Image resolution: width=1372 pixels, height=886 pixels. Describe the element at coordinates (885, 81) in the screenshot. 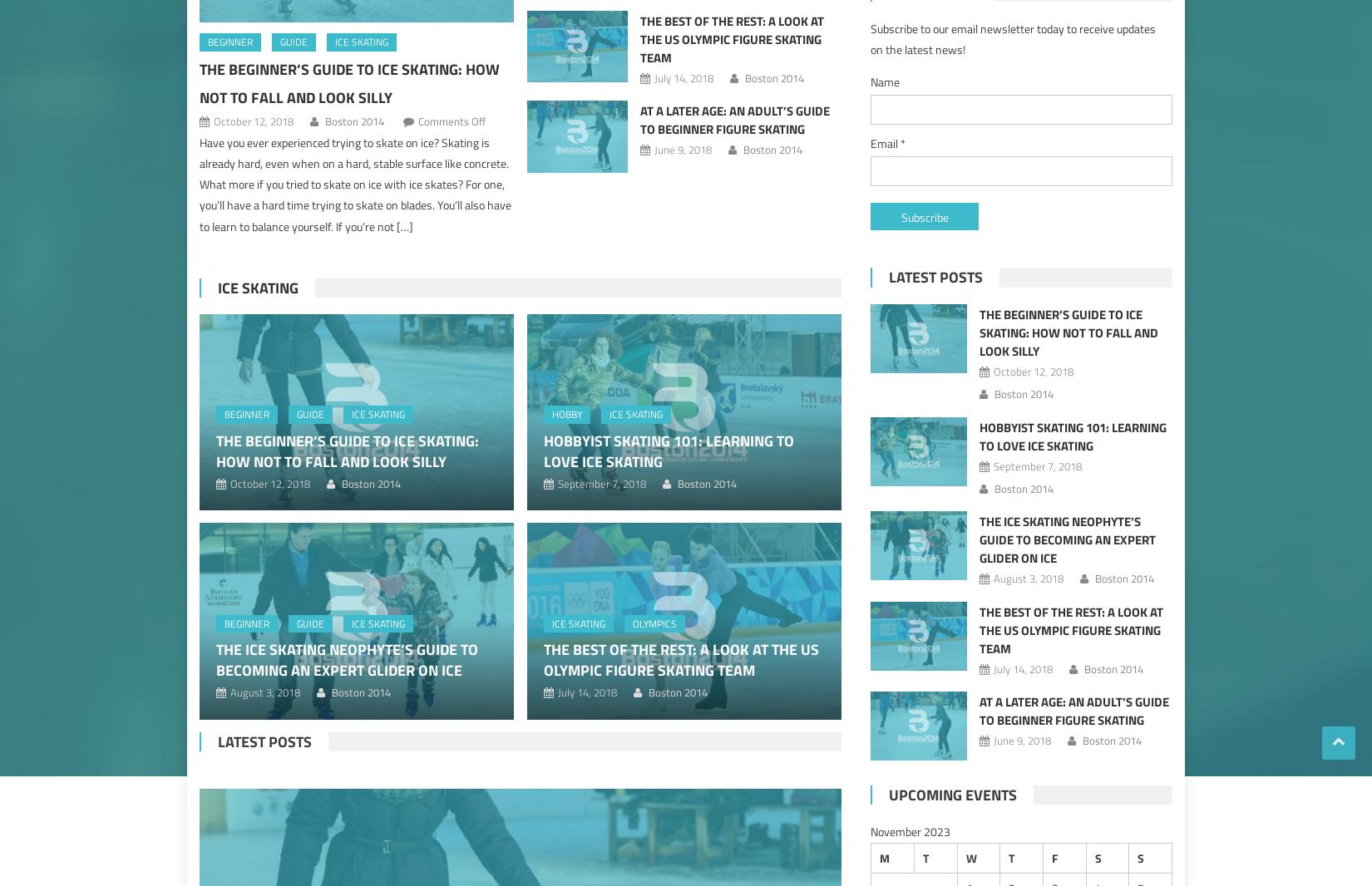

I see `'Name'` at that location.